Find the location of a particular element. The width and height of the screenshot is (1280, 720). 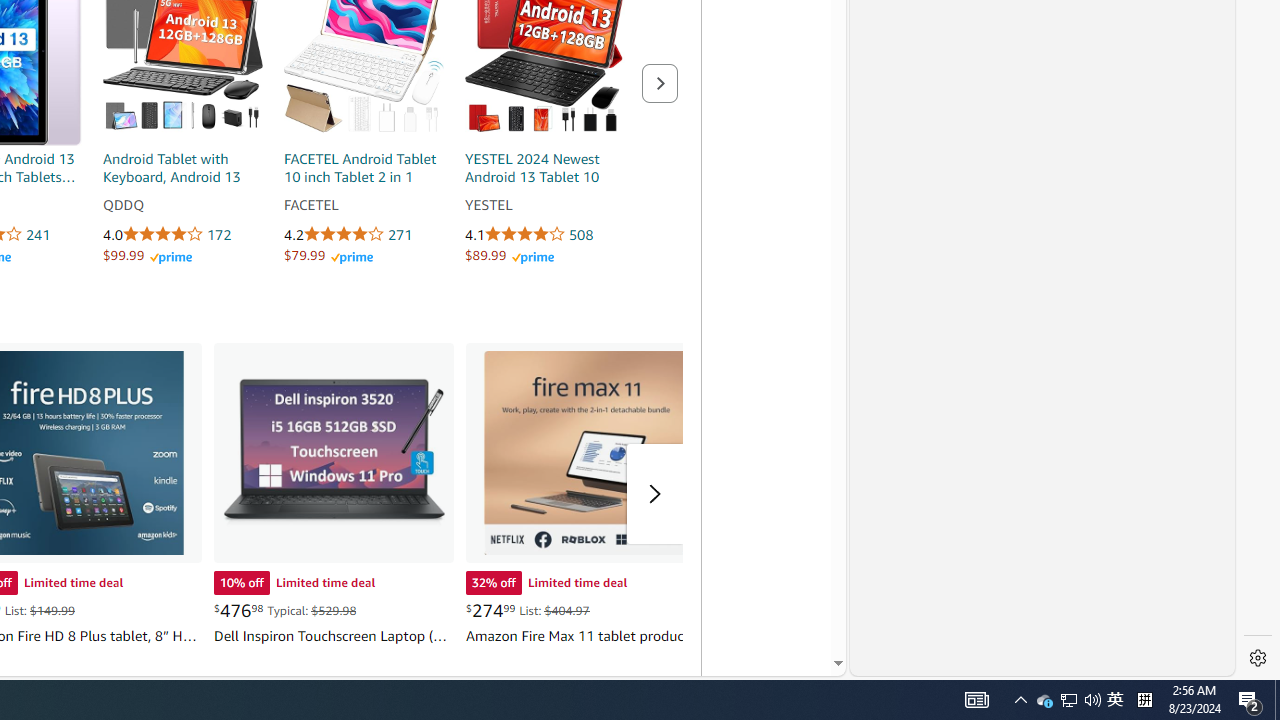

'$79.99 Amazon Prime' is located at coordinates (328, 254).